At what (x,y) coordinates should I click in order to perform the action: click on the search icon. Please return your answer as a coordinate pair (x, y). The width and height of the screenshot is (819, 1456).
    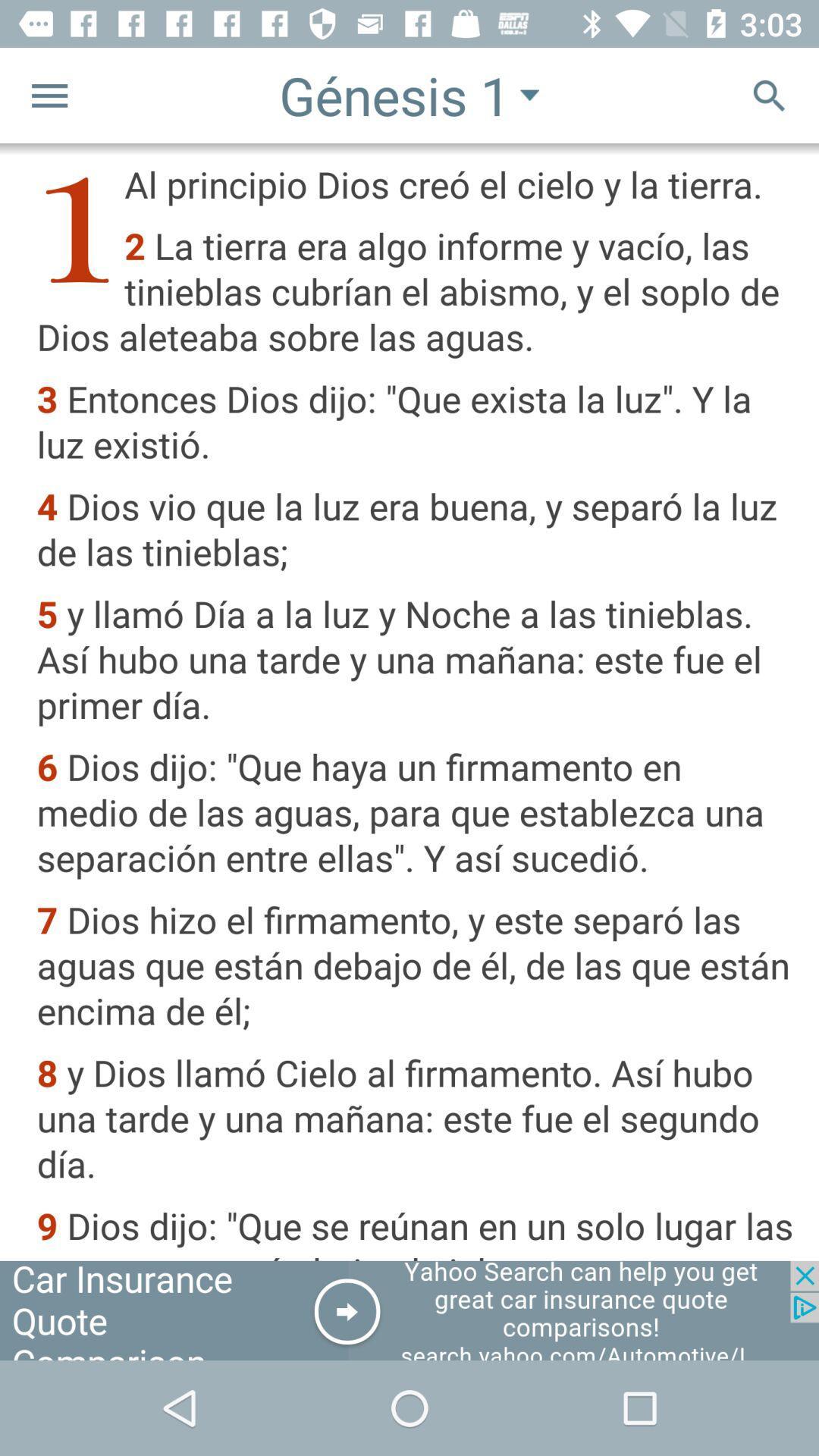
    Looking at the image, I should click on (769, 94).